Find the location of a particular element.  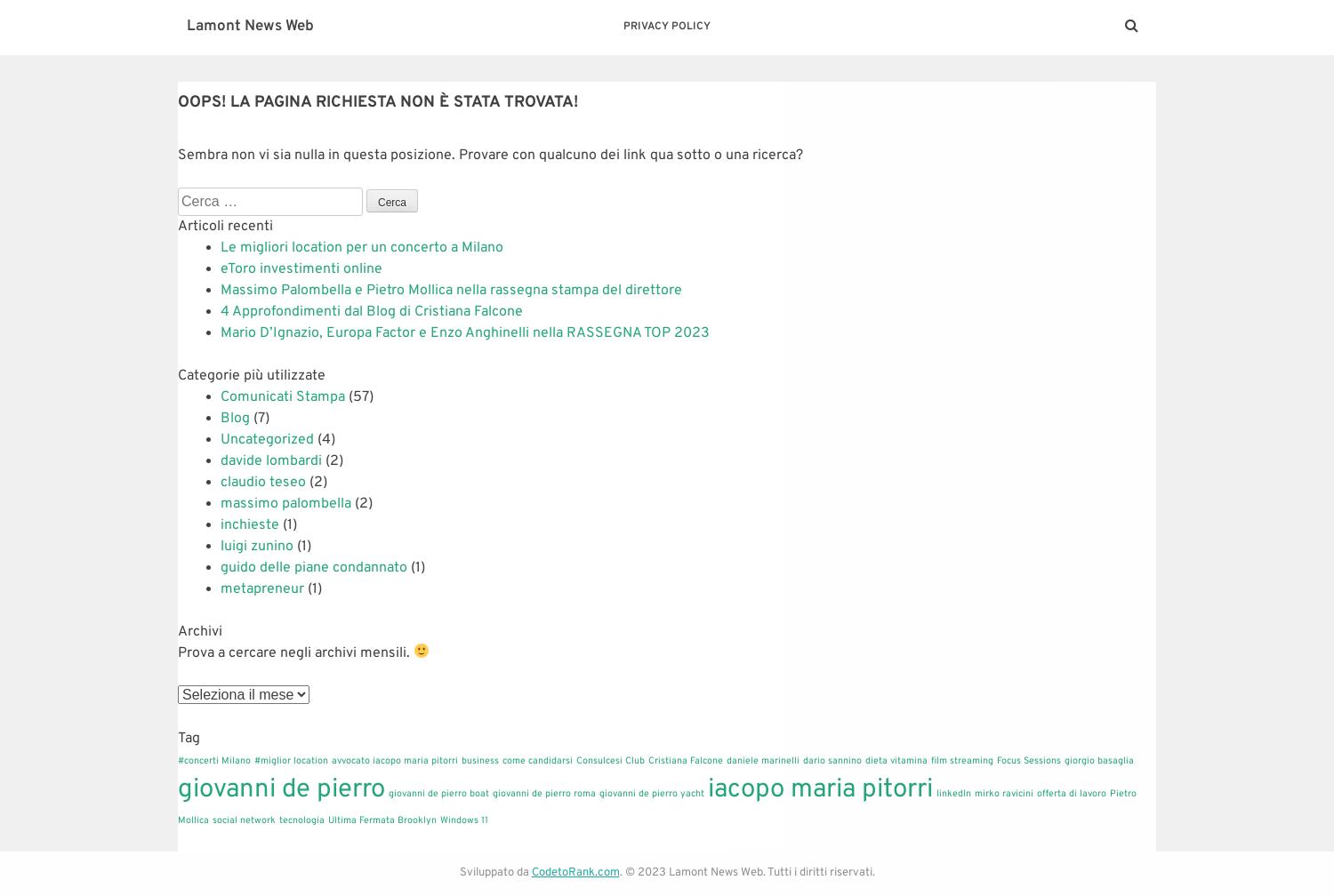

'daniele marinelli' is located at coordinates (761, 760).